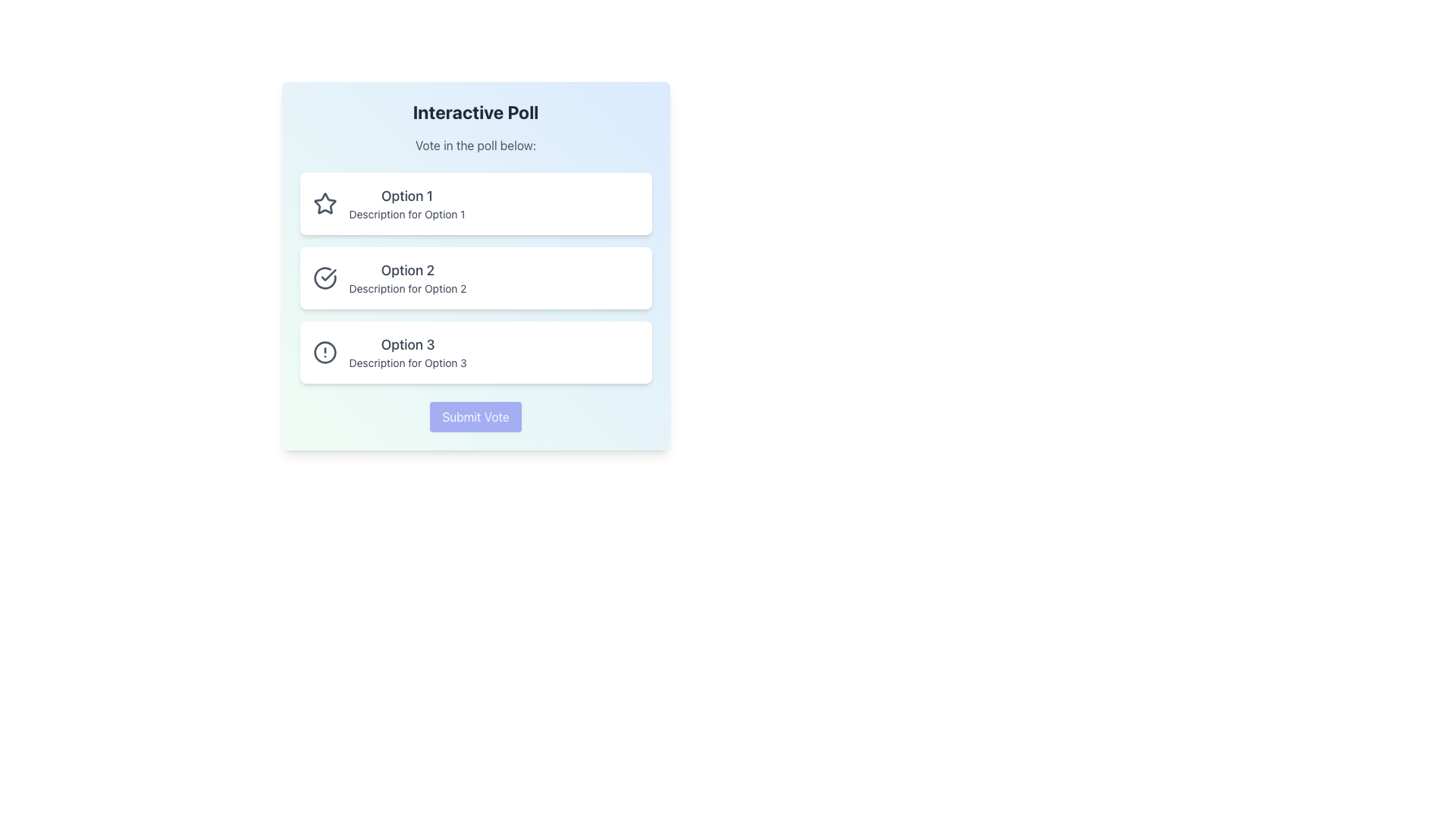 The width and height of the screenshot is (1456, 819). I want to click on the text component that reads 'Description for Option 3', which is located below the title 'Option 3' within its clickable card element, so click(408, 362).